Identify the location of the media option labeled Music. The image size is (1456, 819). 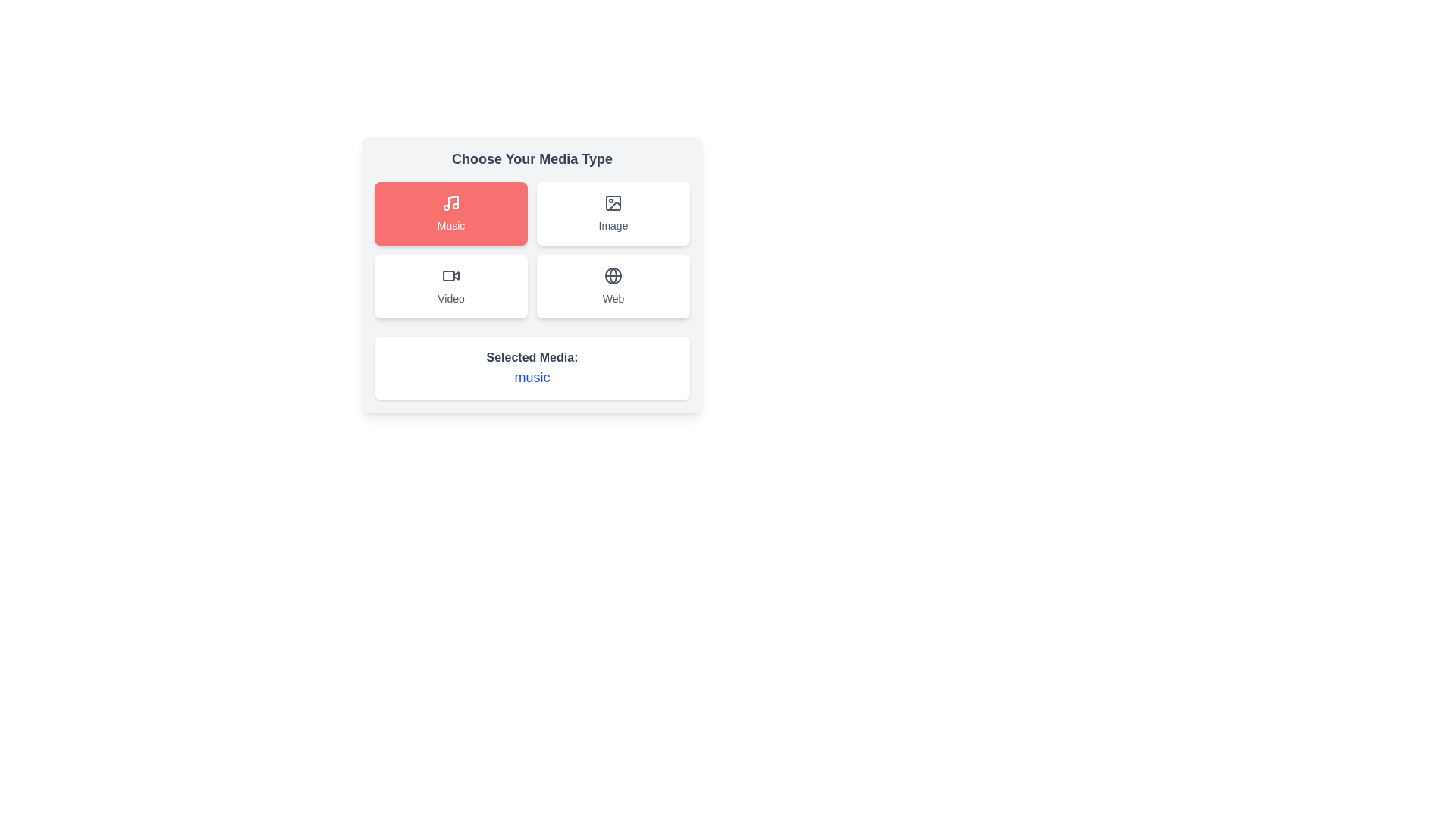
(450, 213).